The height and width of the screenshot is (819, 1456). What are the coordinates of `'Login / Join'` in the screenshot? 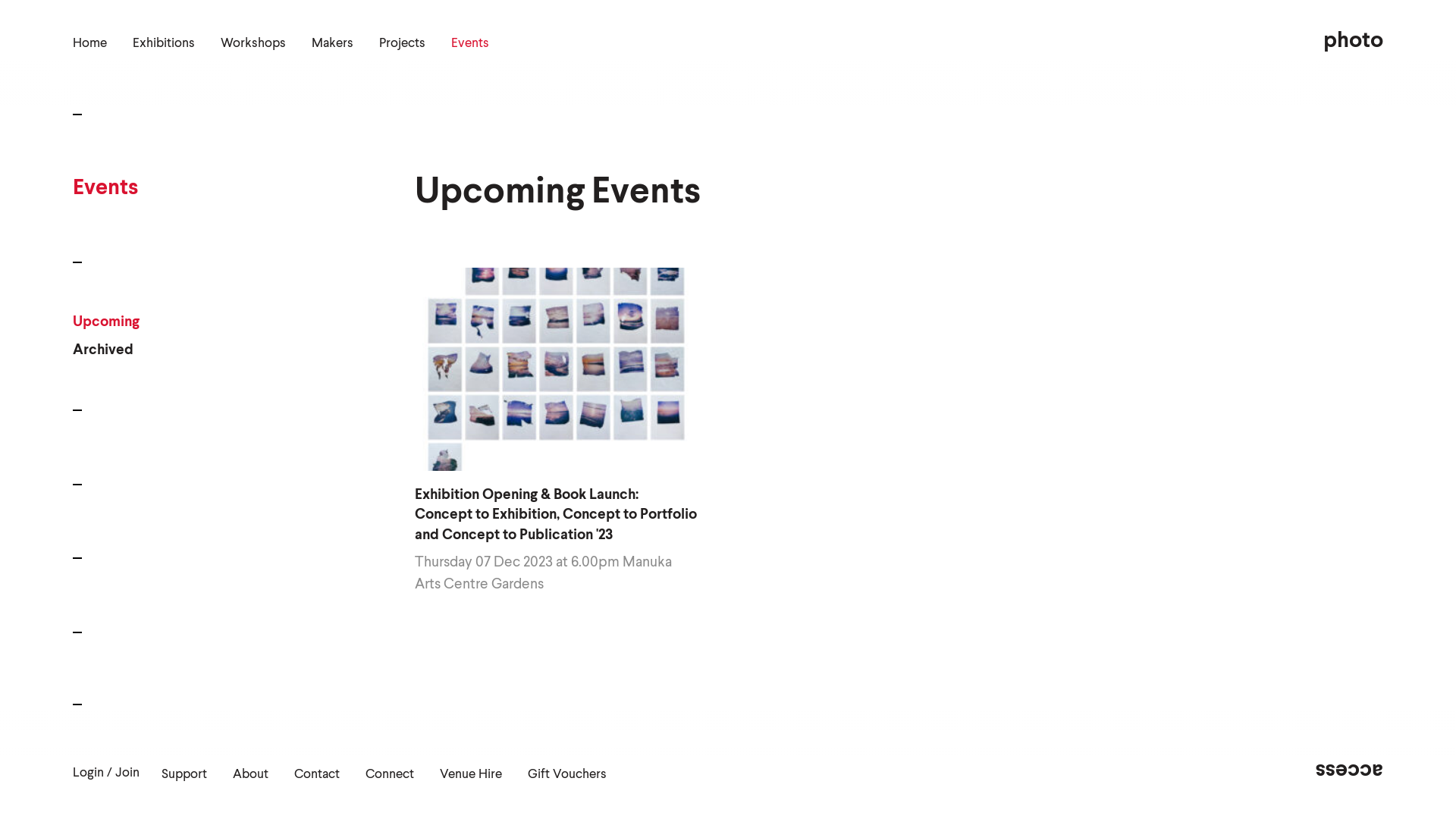 It's located at (72, 773).